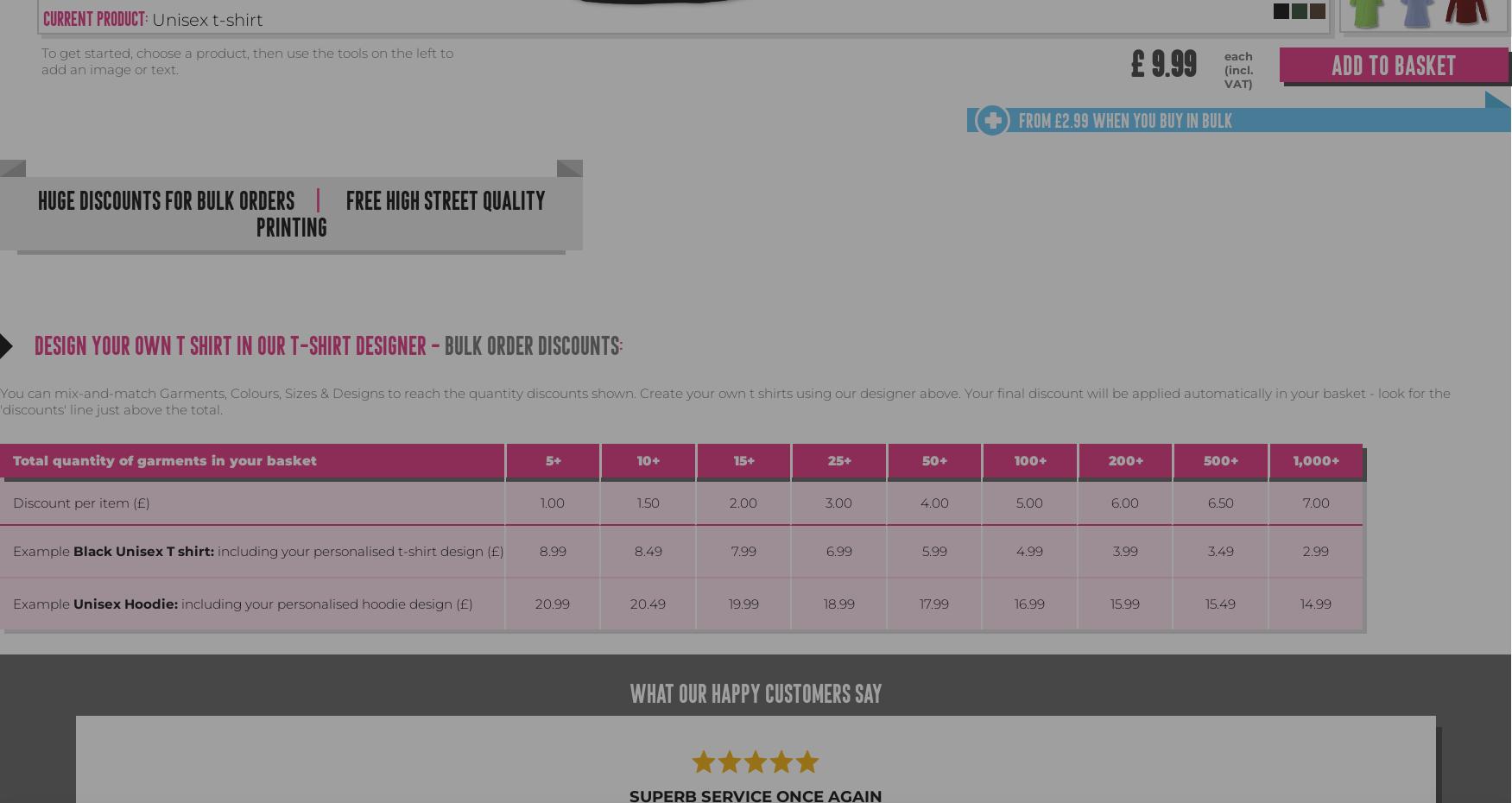 The image size is (1512, 803). Describe the element at coordinates (41, 60) in the screenshot. I see `'To get started, choose a product, then use the tools on the left to add an image or text.'` at that location.